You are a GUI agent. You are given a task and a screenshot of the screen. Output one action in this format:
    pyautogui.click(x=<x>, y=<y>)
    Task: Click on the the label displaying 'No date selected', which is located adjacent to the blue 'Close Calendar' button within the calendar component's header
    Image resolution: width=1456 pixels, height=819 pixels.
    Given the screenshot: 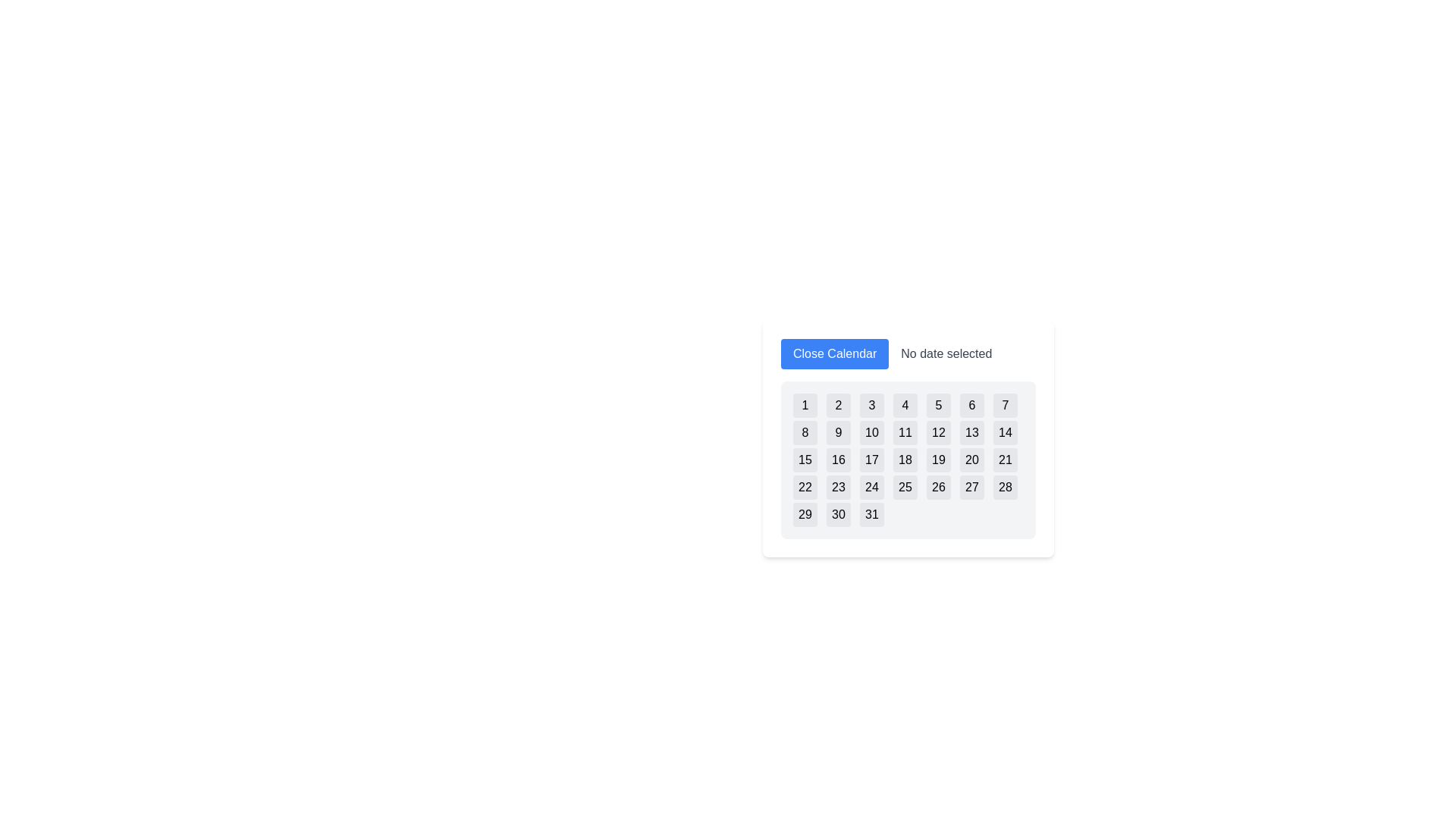 What is the action you would take?
    pyautogui.click(x=908, y=353)
    